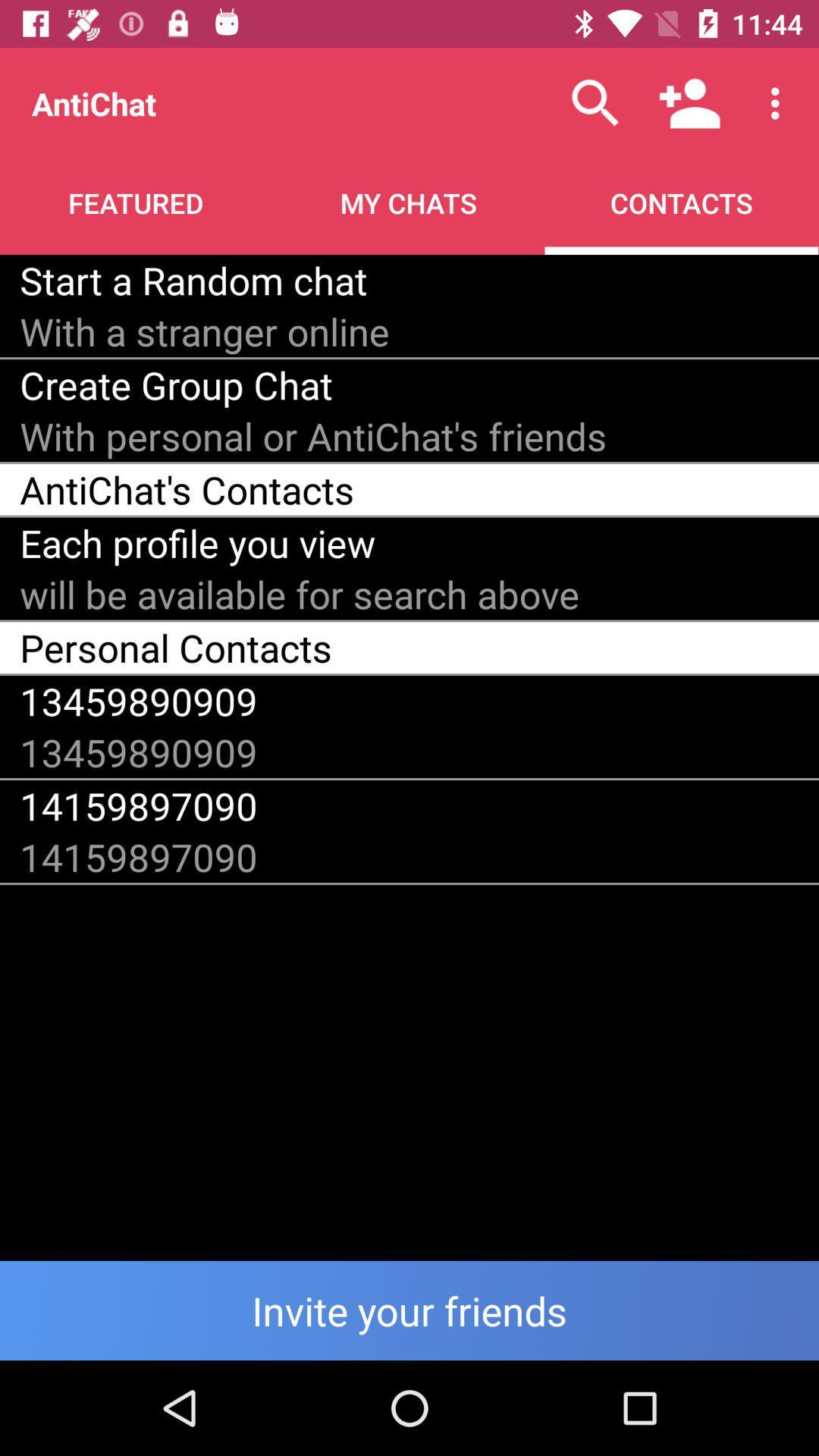 This screenshot has width=819, height=1456. What do you see at coordinates (193, 280) in the screenshot?
I see `item below featured icon` at bounding box center [193, 280].